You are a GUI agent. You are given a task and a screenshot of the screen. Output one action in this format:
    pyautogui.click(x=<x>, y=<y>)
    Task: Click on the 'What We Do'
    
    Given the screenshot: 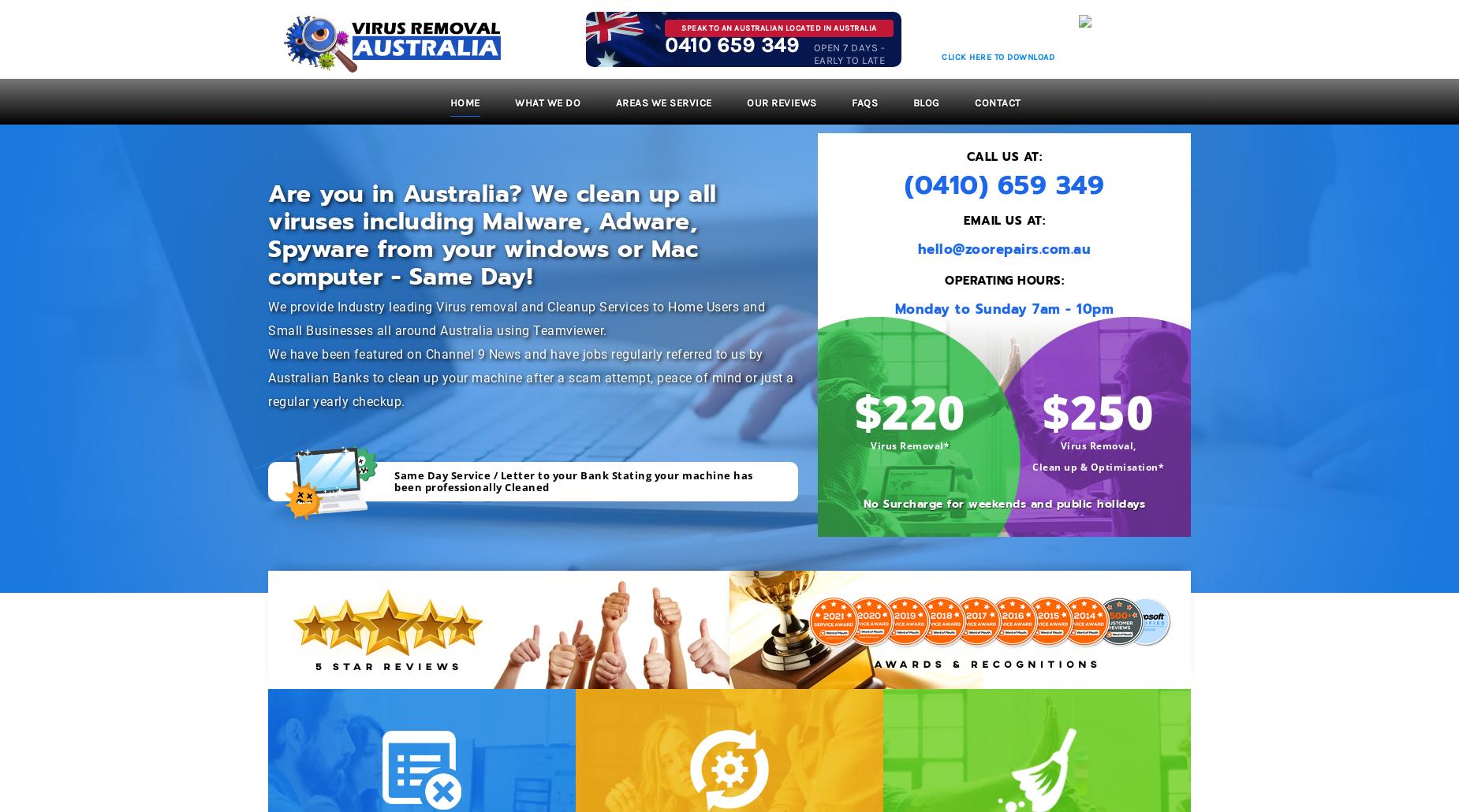 What is the action you would take?
    pyautogui.click(x=515, y=102)
    